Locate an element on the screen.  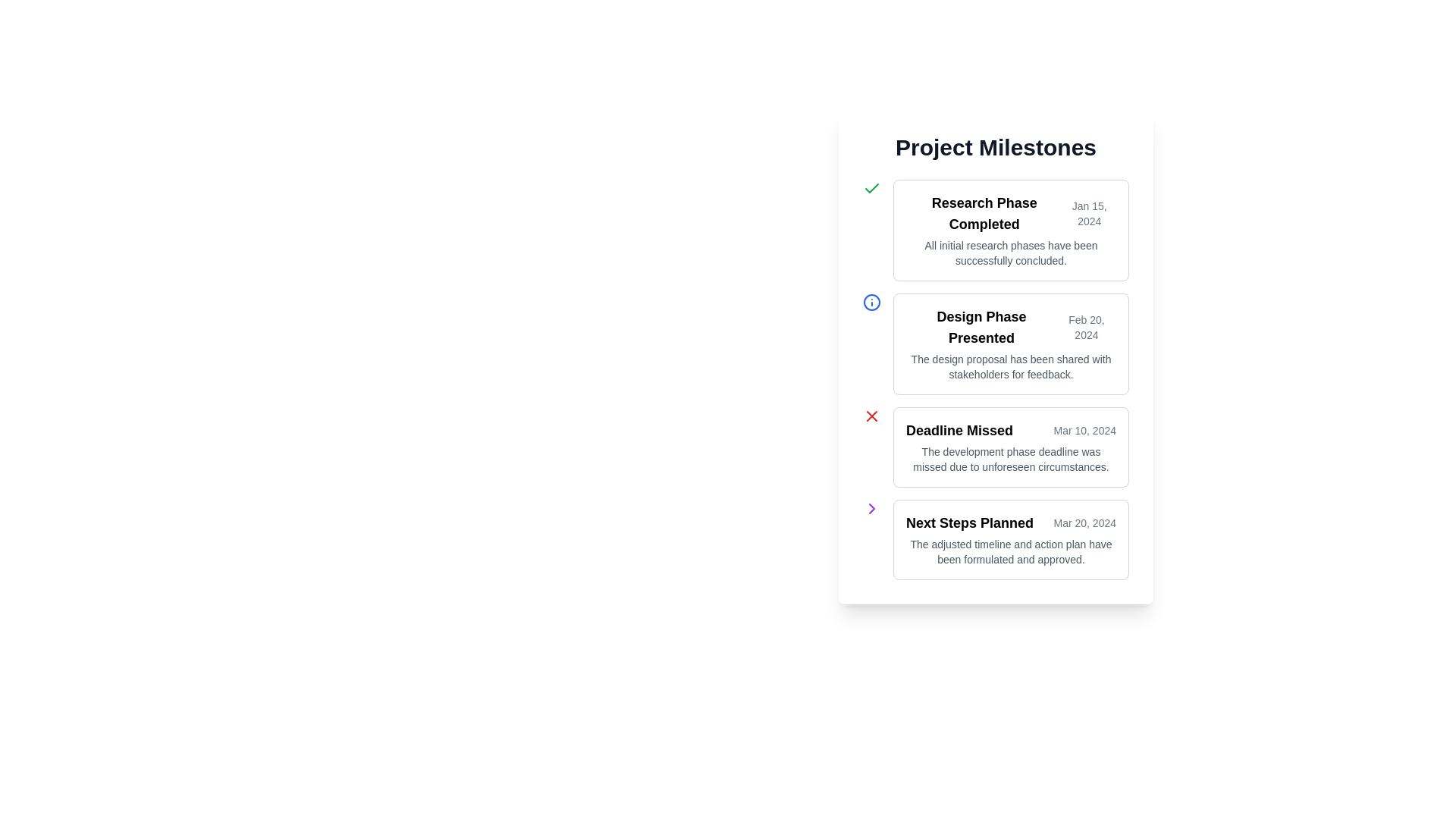
the circular blue outlined icon resembling an information symbol, which is located to the left of the 'Design Phase Presented' text in the second milestone card is located at coordinates (872, 302).